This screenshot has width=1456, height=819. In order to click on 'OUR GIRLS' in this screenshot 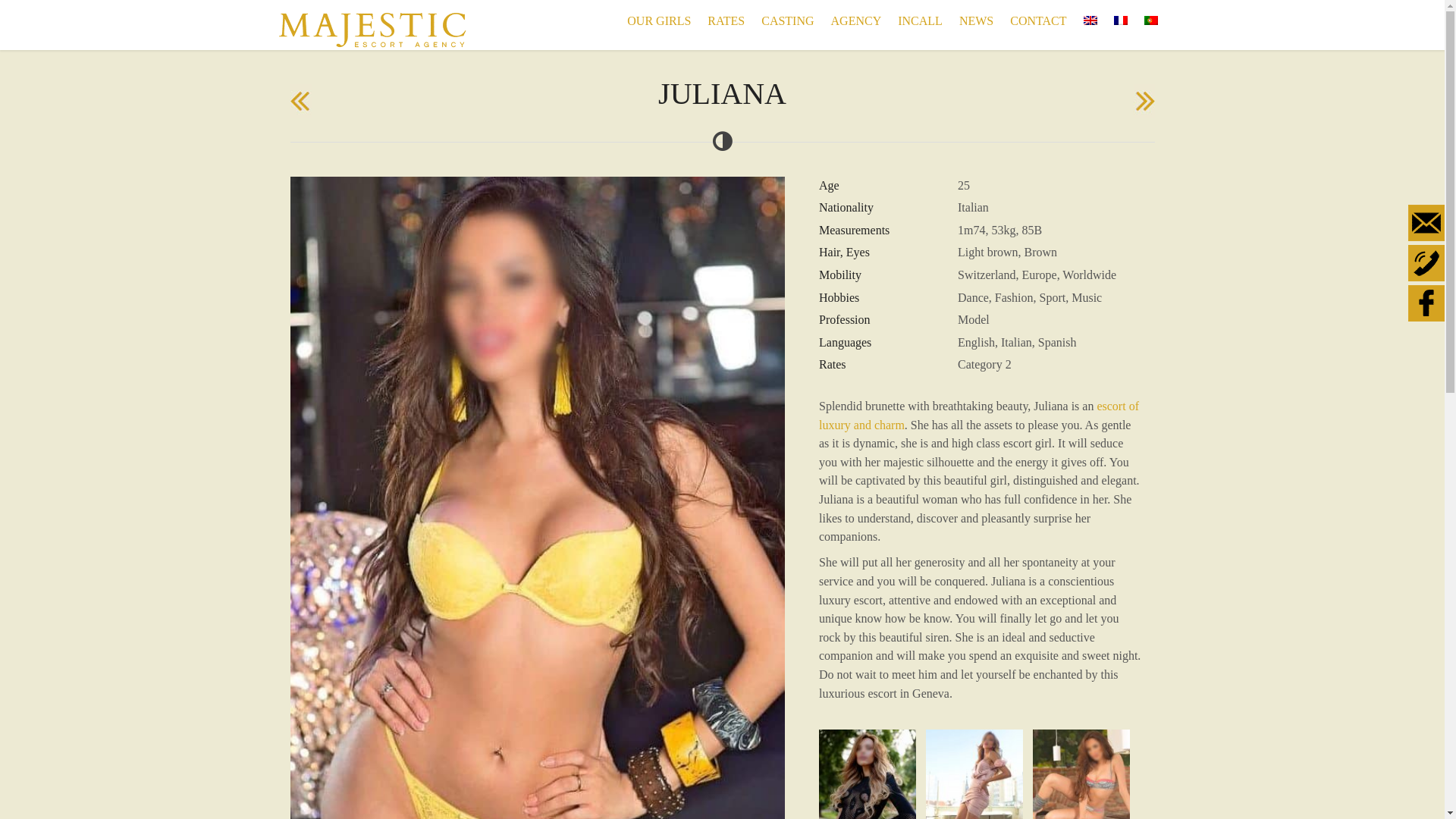, I will do `click(619, 20)`.